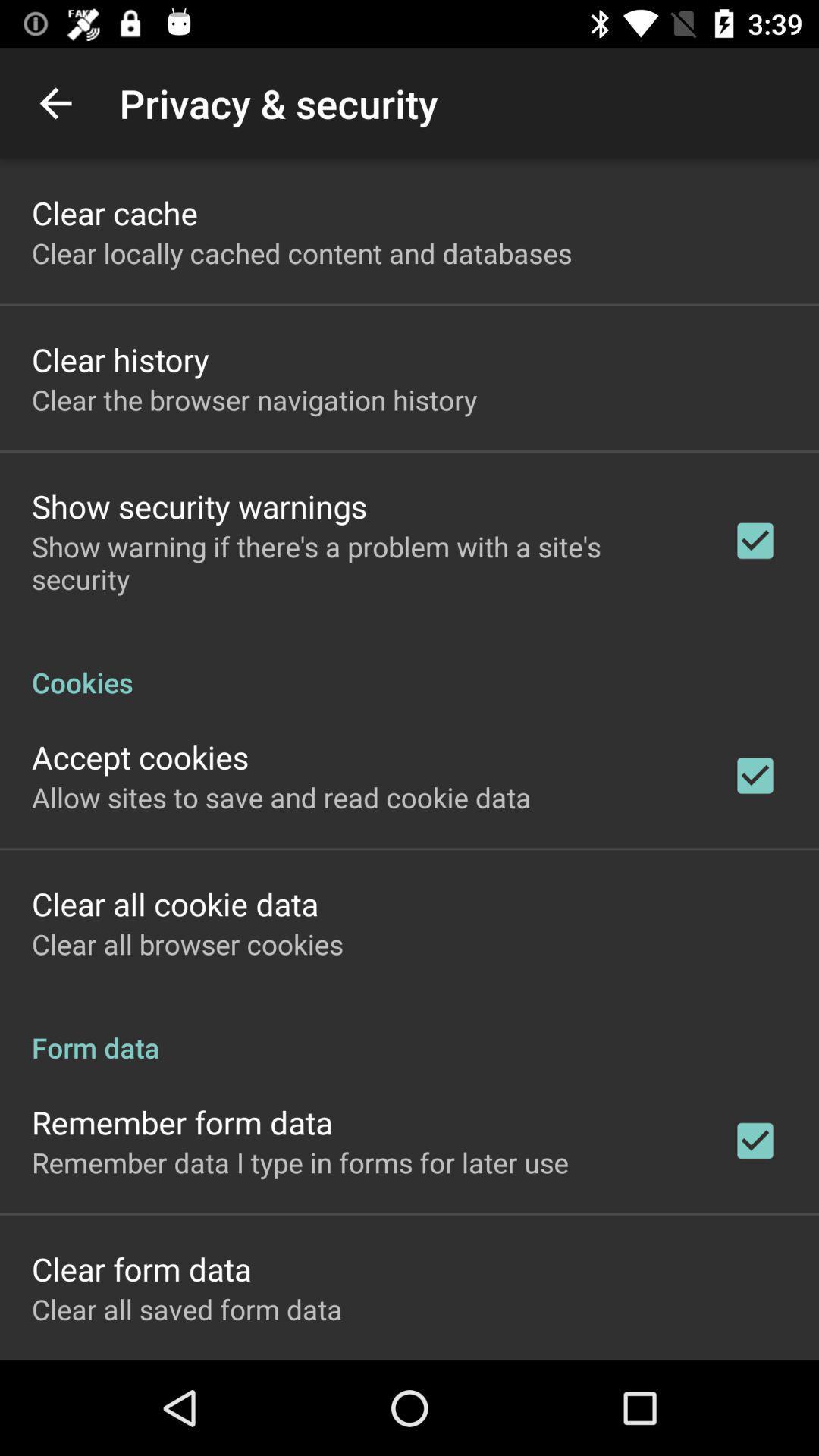  What do you see at coordinates (140, 757) in the screenshot?
I see `accept cookies item` at bounding box center [140, 757].